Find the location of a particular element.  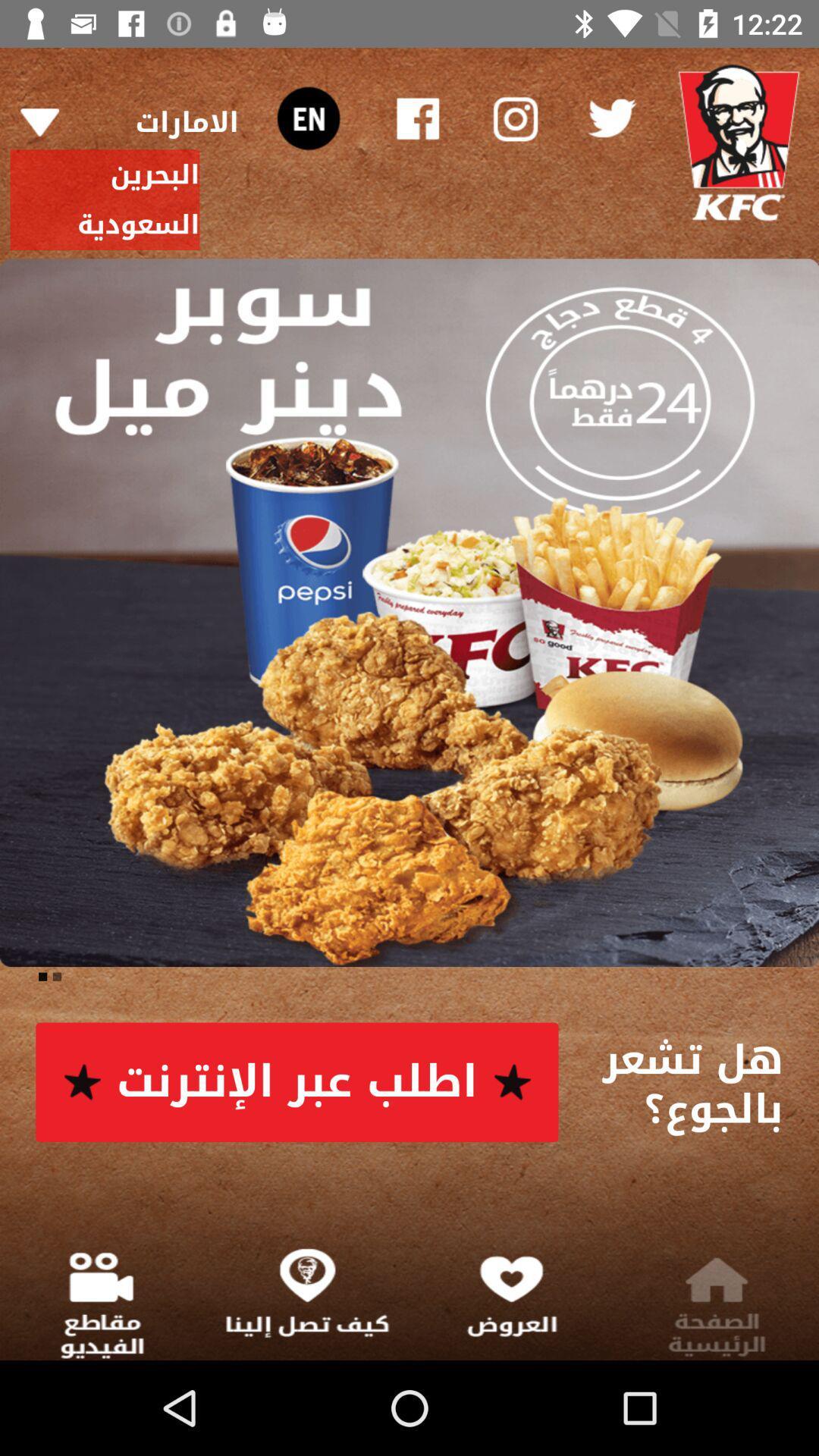

the avatar icon is located at coordinates (739, 143).